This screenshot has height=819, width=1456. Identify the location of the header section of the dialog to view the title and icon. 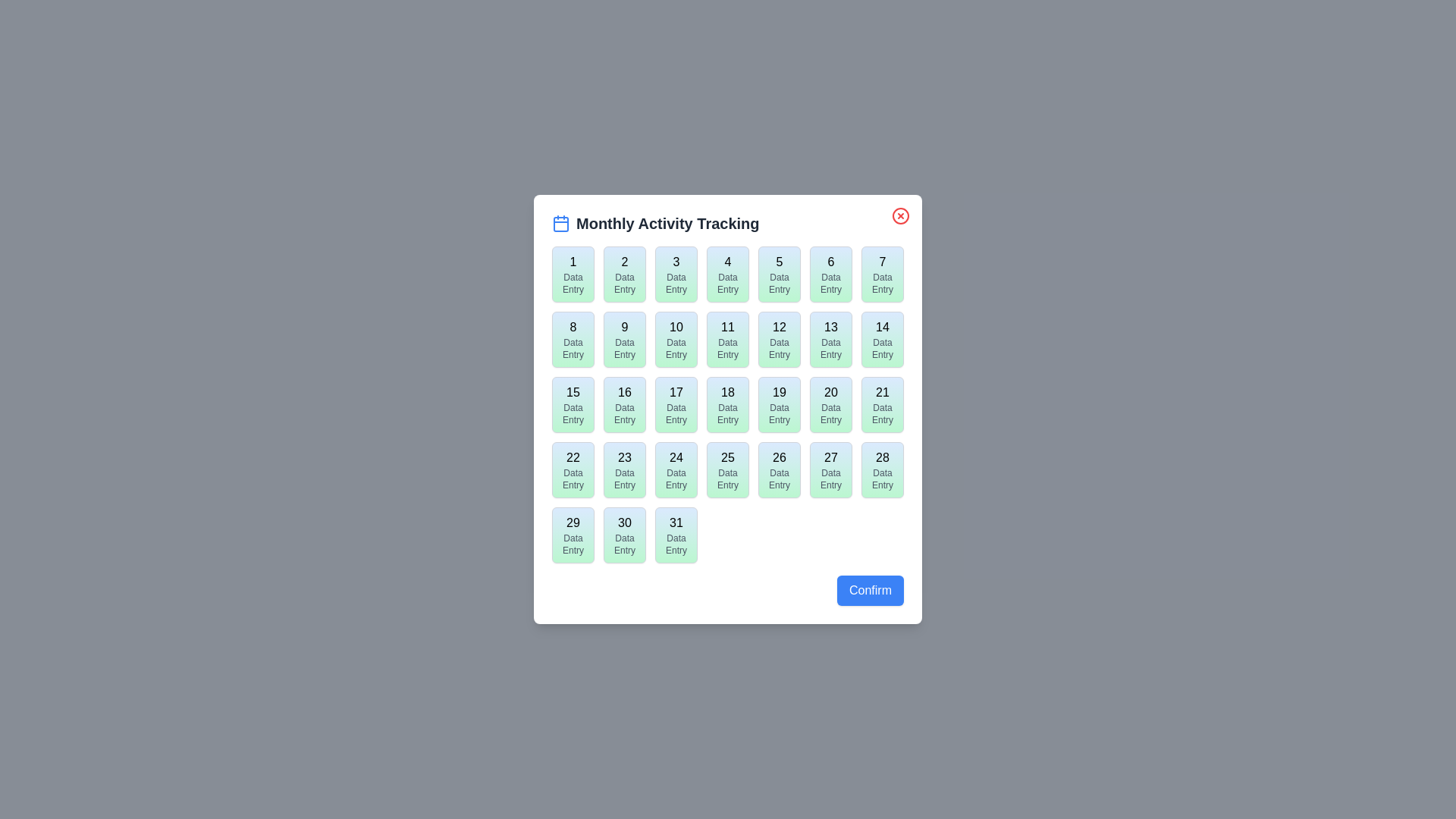
(728, 223).